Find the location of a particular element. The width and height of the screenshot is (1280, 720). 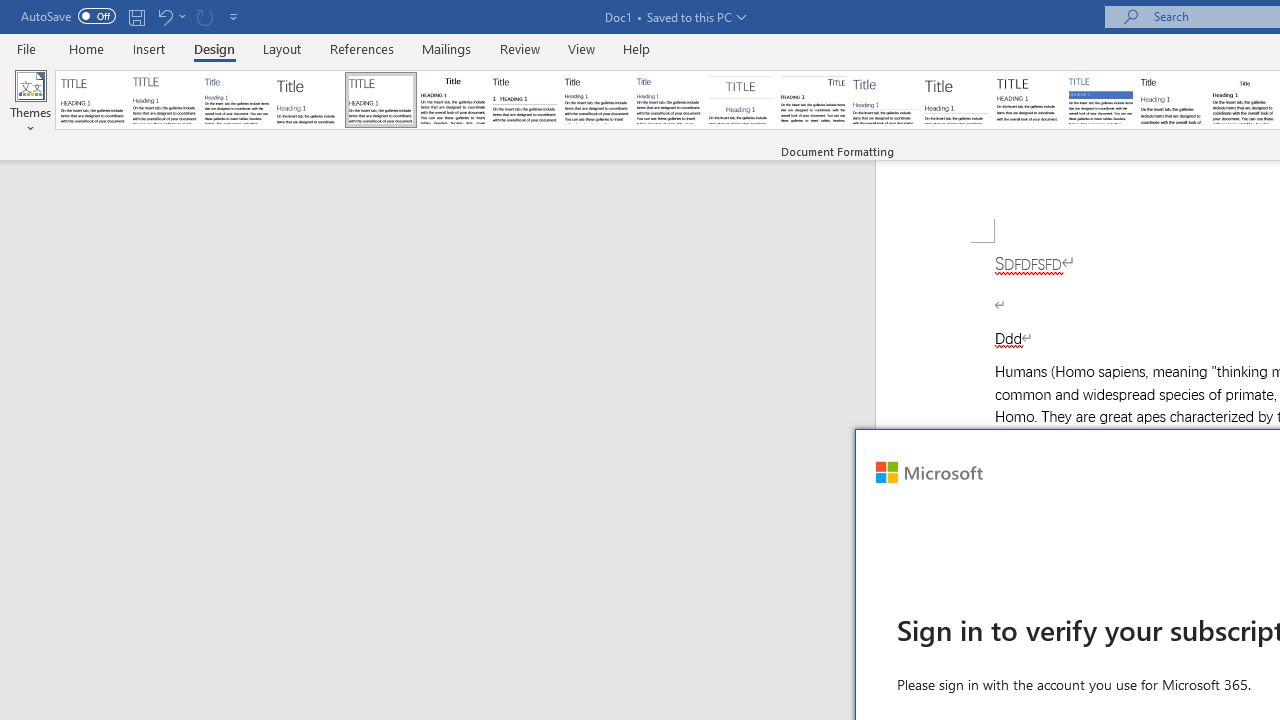

'Themes' is located at coordinates (30, 103).